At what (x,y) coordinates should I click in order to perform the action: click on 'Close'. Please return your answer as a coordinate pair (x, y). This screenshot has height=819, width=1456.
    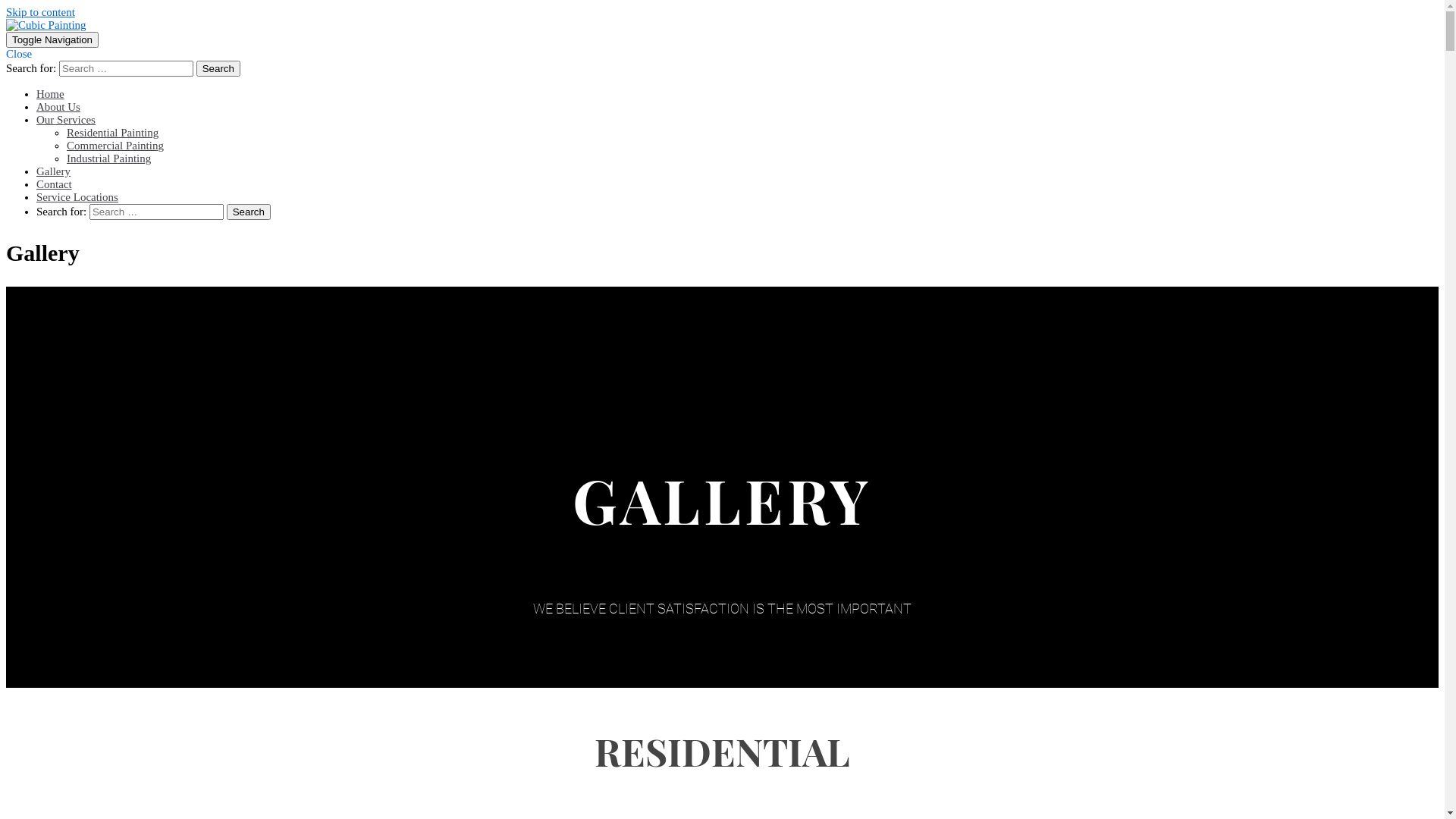
    Looking at the image, I should click on (6, 52).